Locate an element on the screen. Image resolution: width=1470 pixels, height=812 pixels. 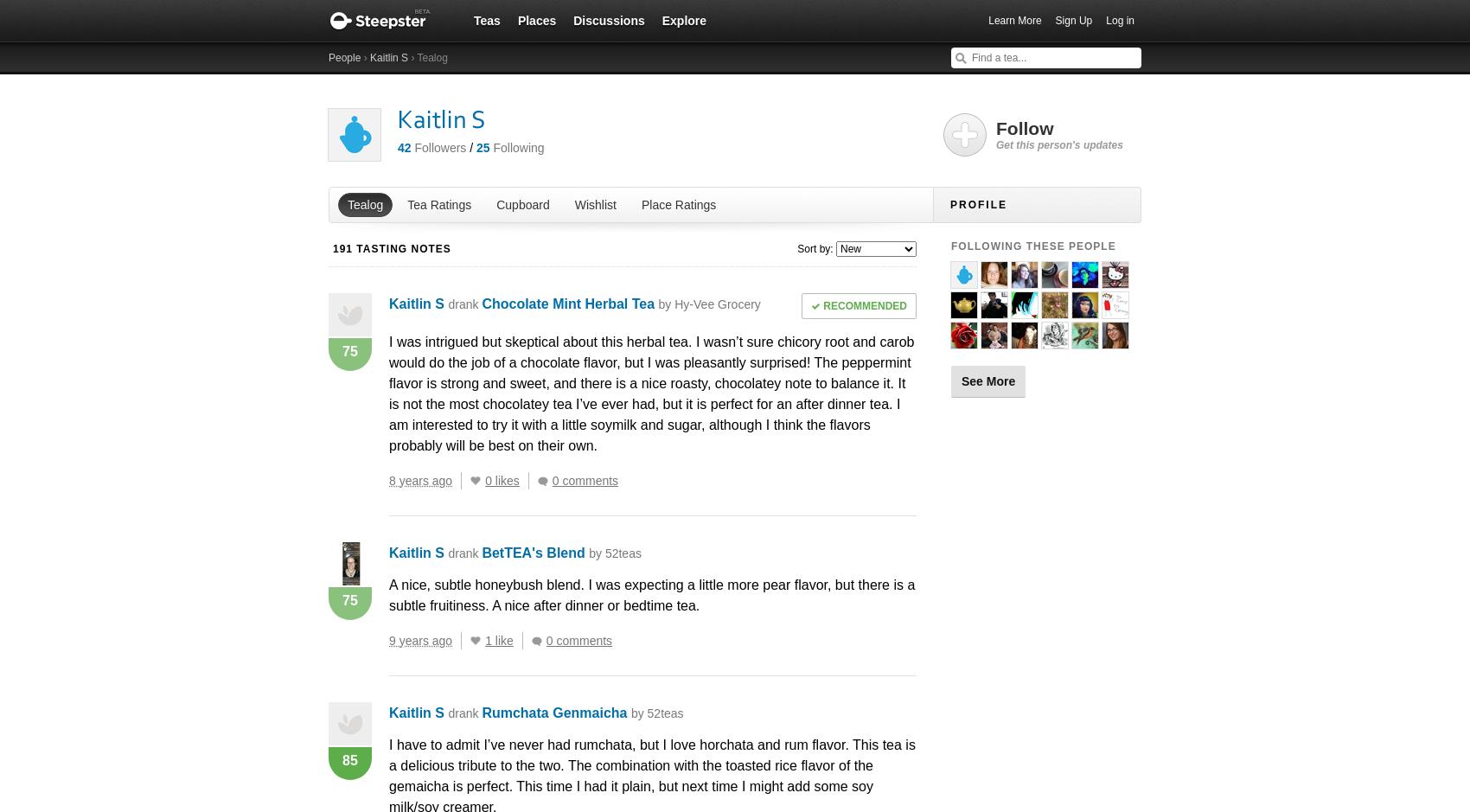
'/' is located at coordinates (472, 147).